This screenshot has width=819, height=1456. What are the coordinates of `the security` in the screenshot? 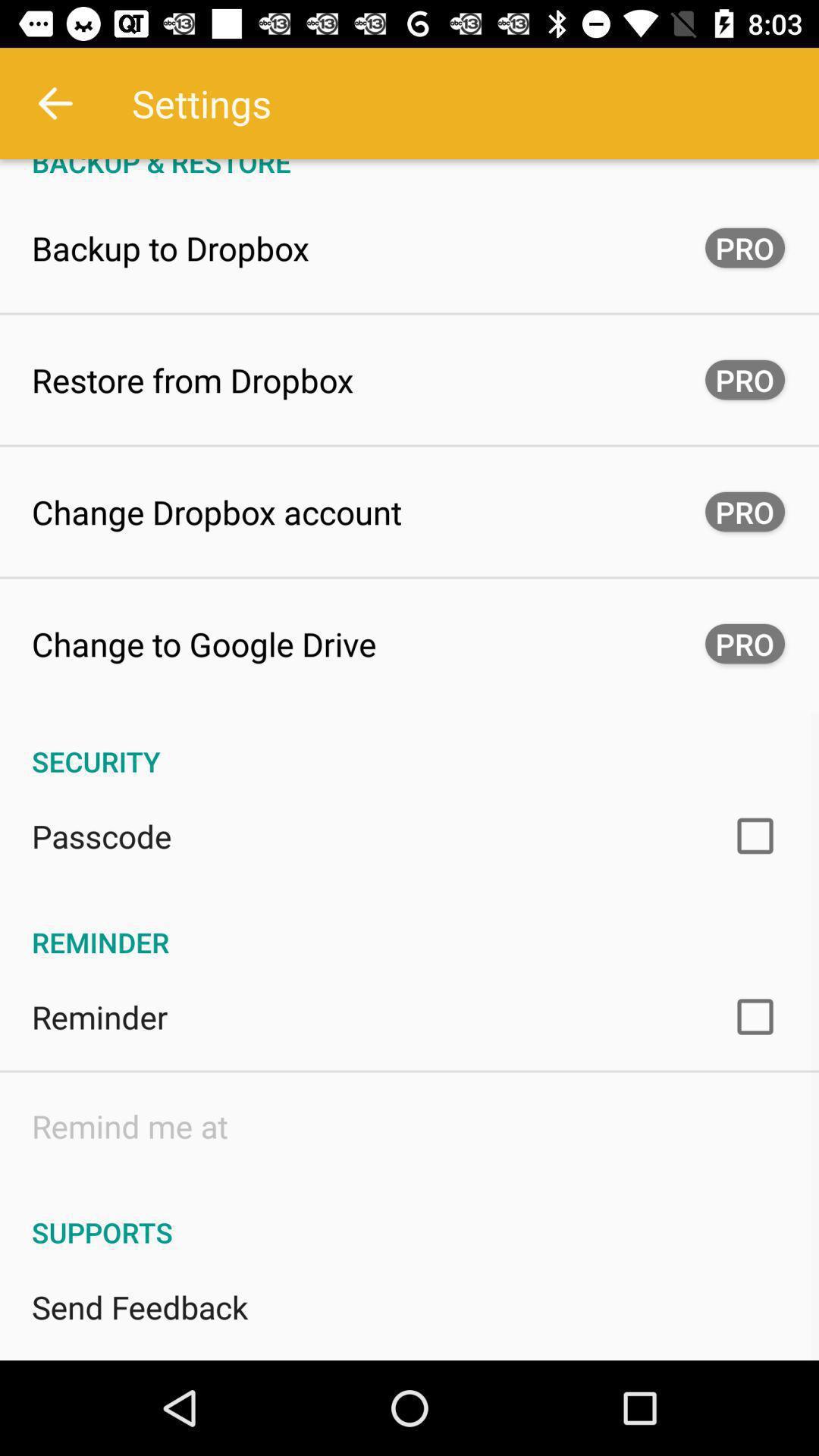 It's located at (409, 745).